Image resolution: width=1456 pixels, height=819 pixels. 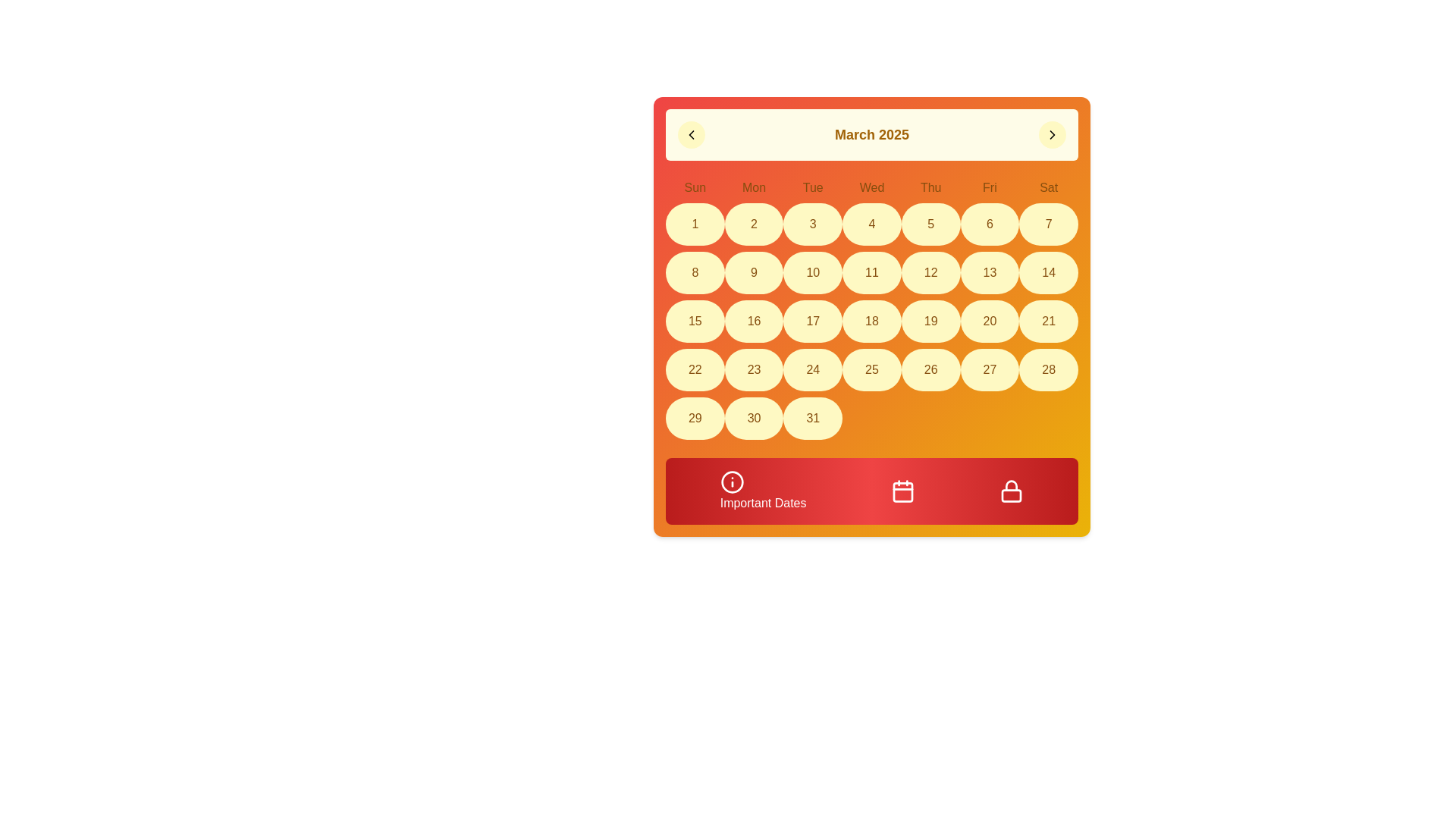 I want to click on the semi-circular arc of the lock icon in the SVG graphic, which is visually represented with a thin stroke in a light color and is positioned above the rectangular body of the lock, so click(x=1012, y=485).